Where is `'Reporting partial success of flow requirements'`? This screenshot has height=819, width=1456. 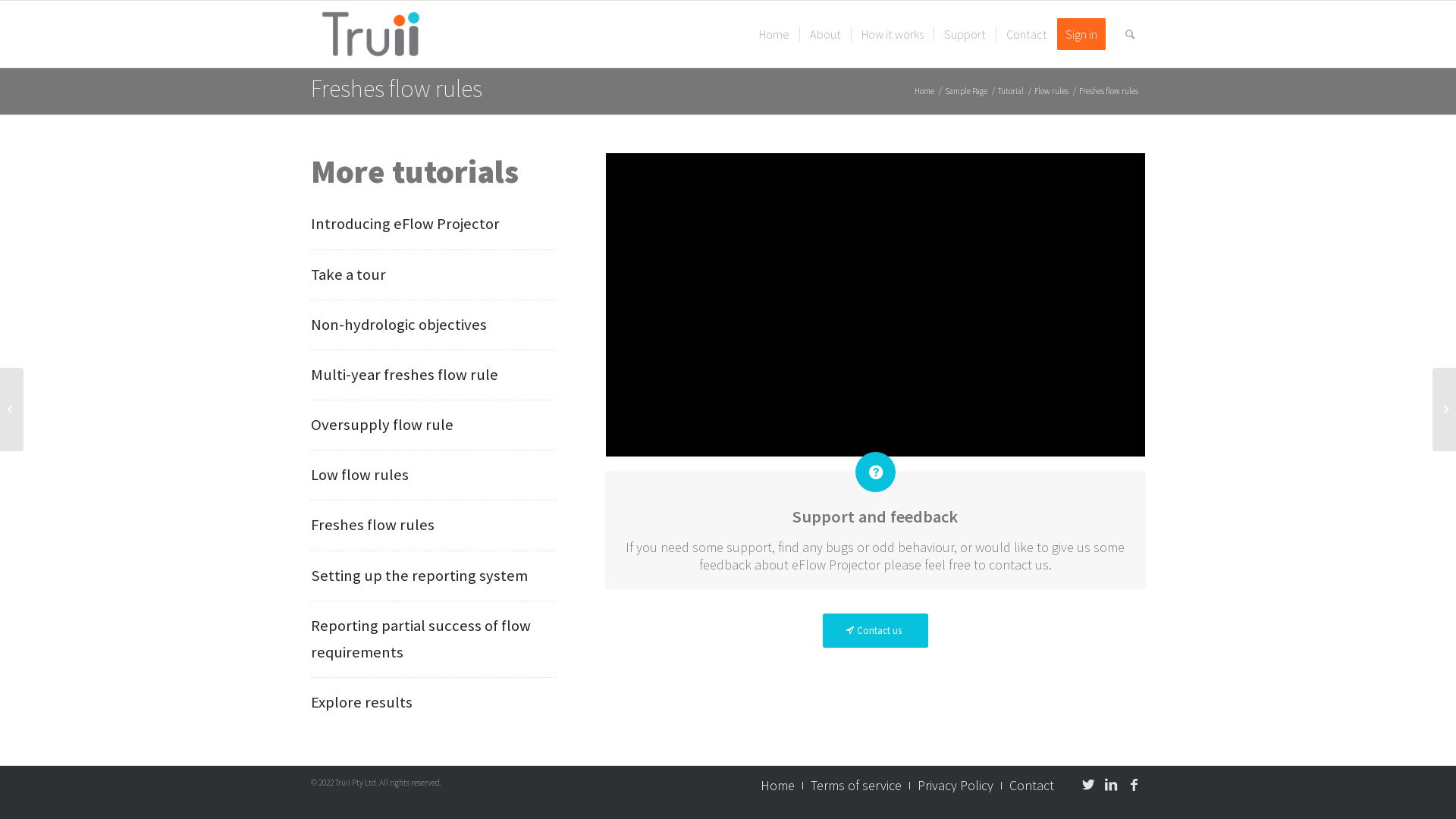
'Reporting partial success of flow requirements' is located at coordinates (421, 639).